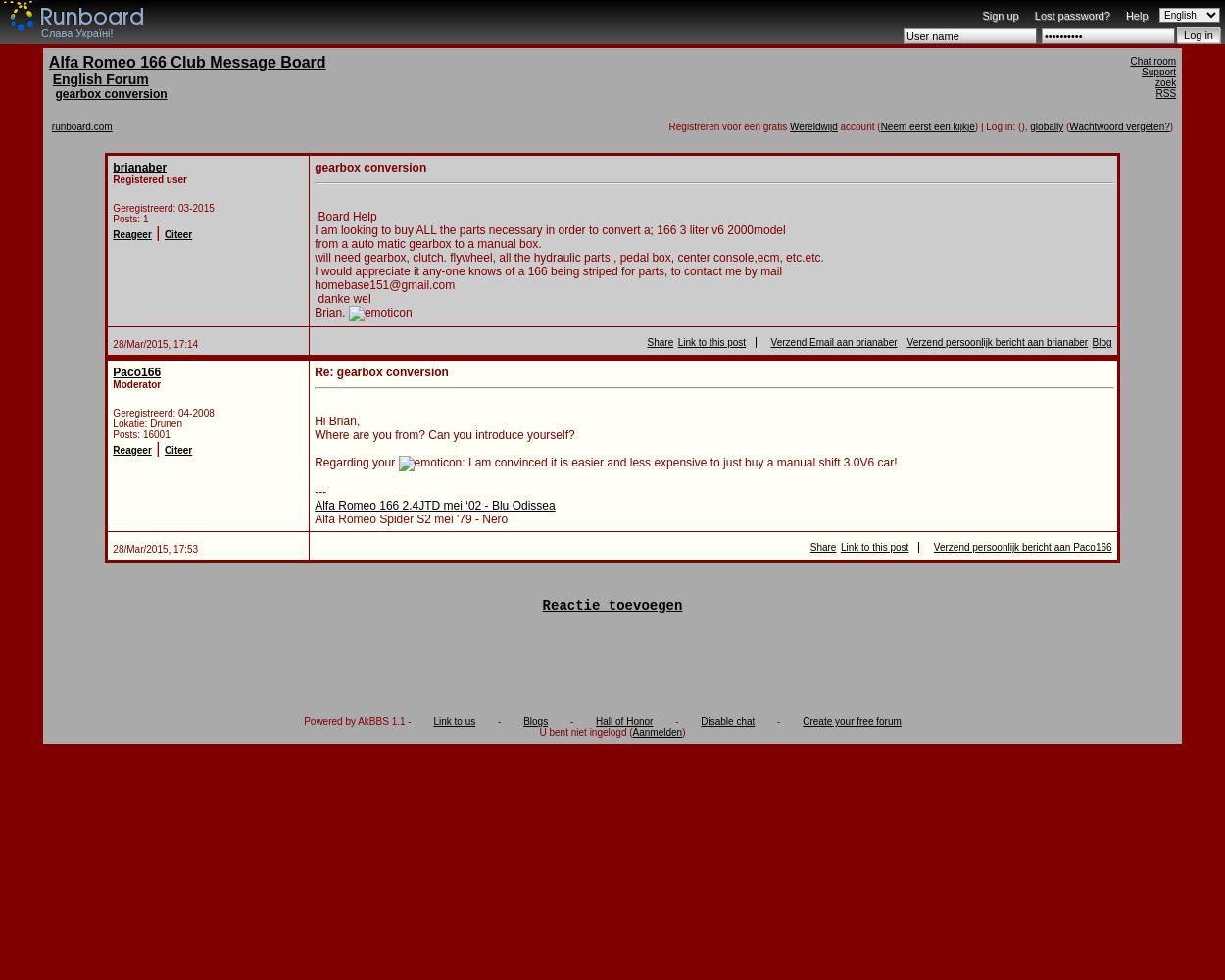 The height and width of the screenshot is (980, 1225). What do you see at coordinates (195, 413) in the screenshot?
I see `'04-2008'` at bounding box center [195, 413].